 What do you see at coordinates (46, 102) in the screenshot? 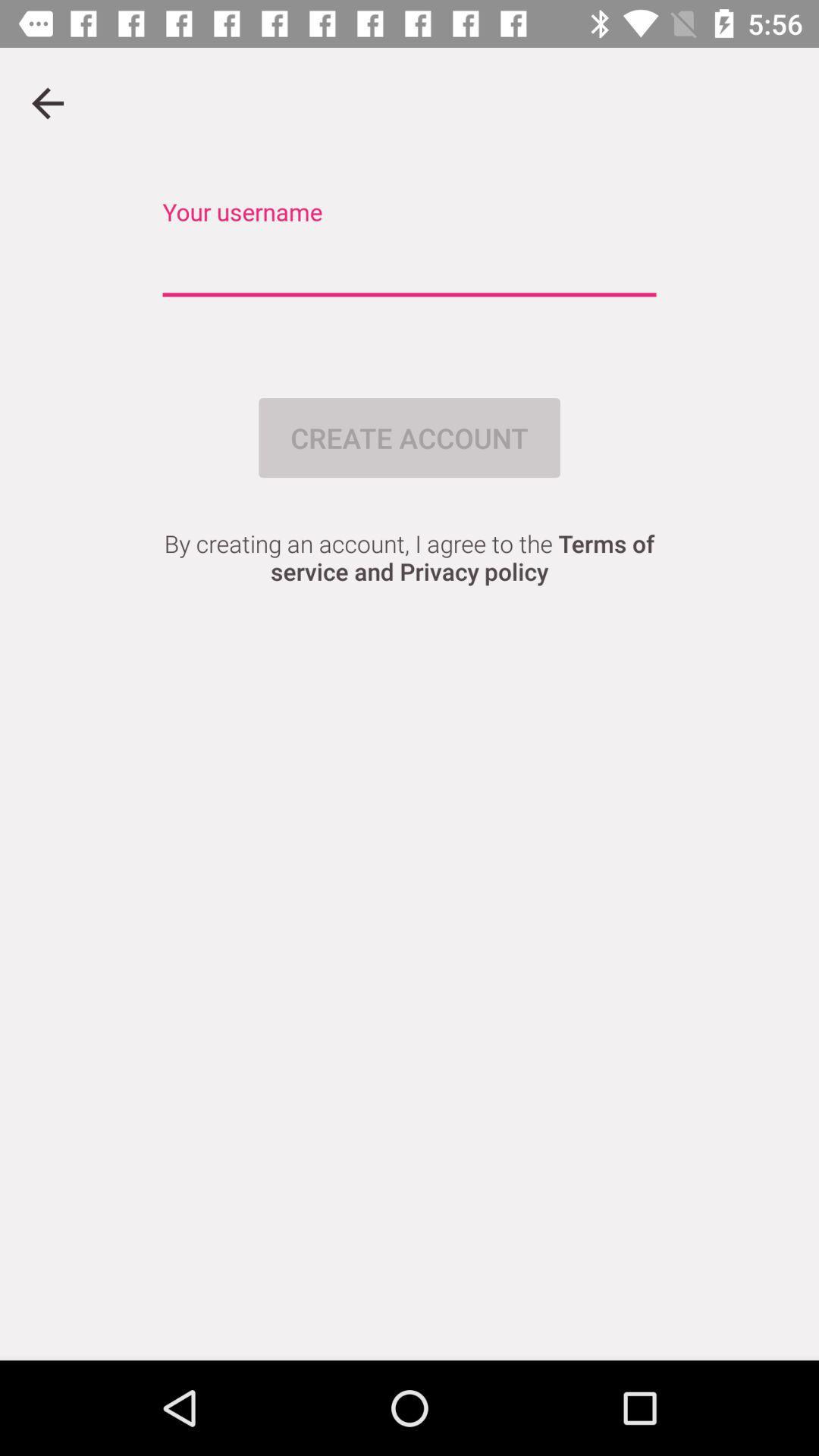
I see `go back` at bounding box center [46, 102].